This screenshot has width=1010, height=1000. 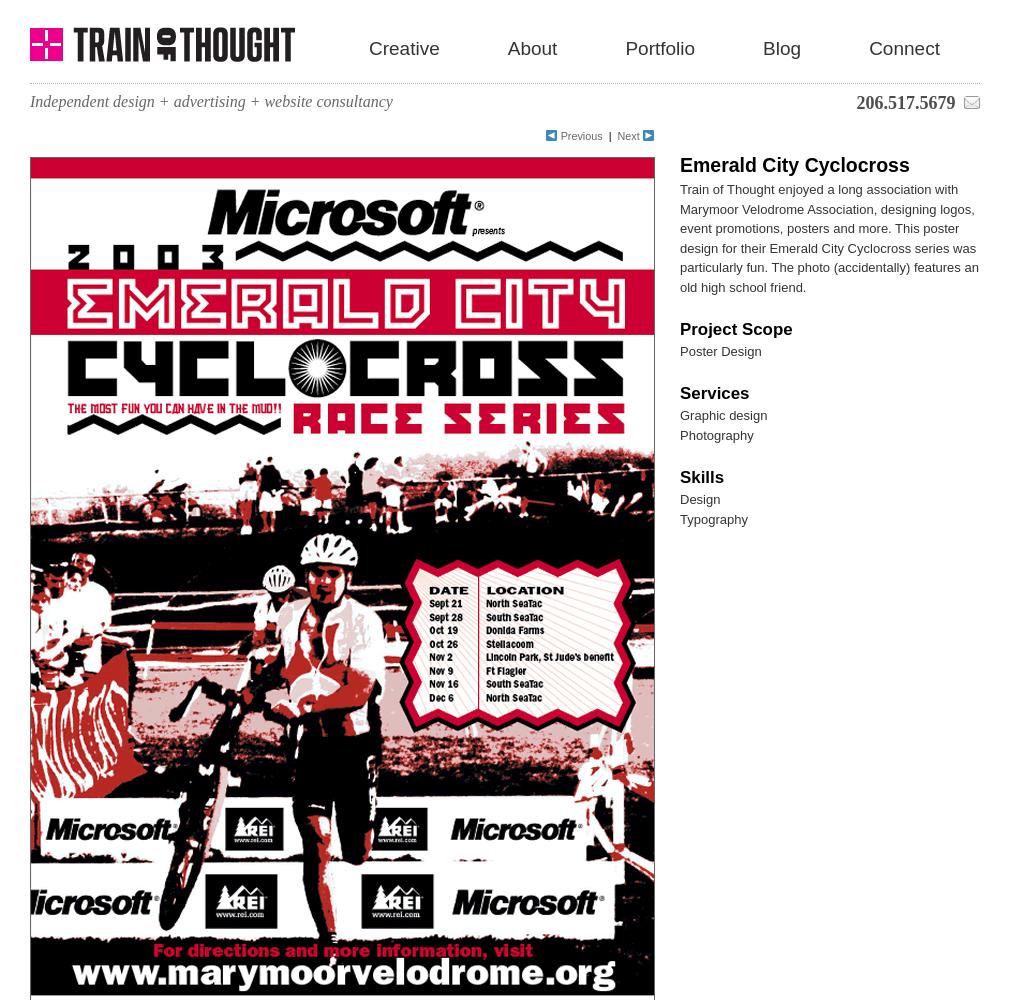 I want to click on 'Poster Design', so click(x=719, y=350).